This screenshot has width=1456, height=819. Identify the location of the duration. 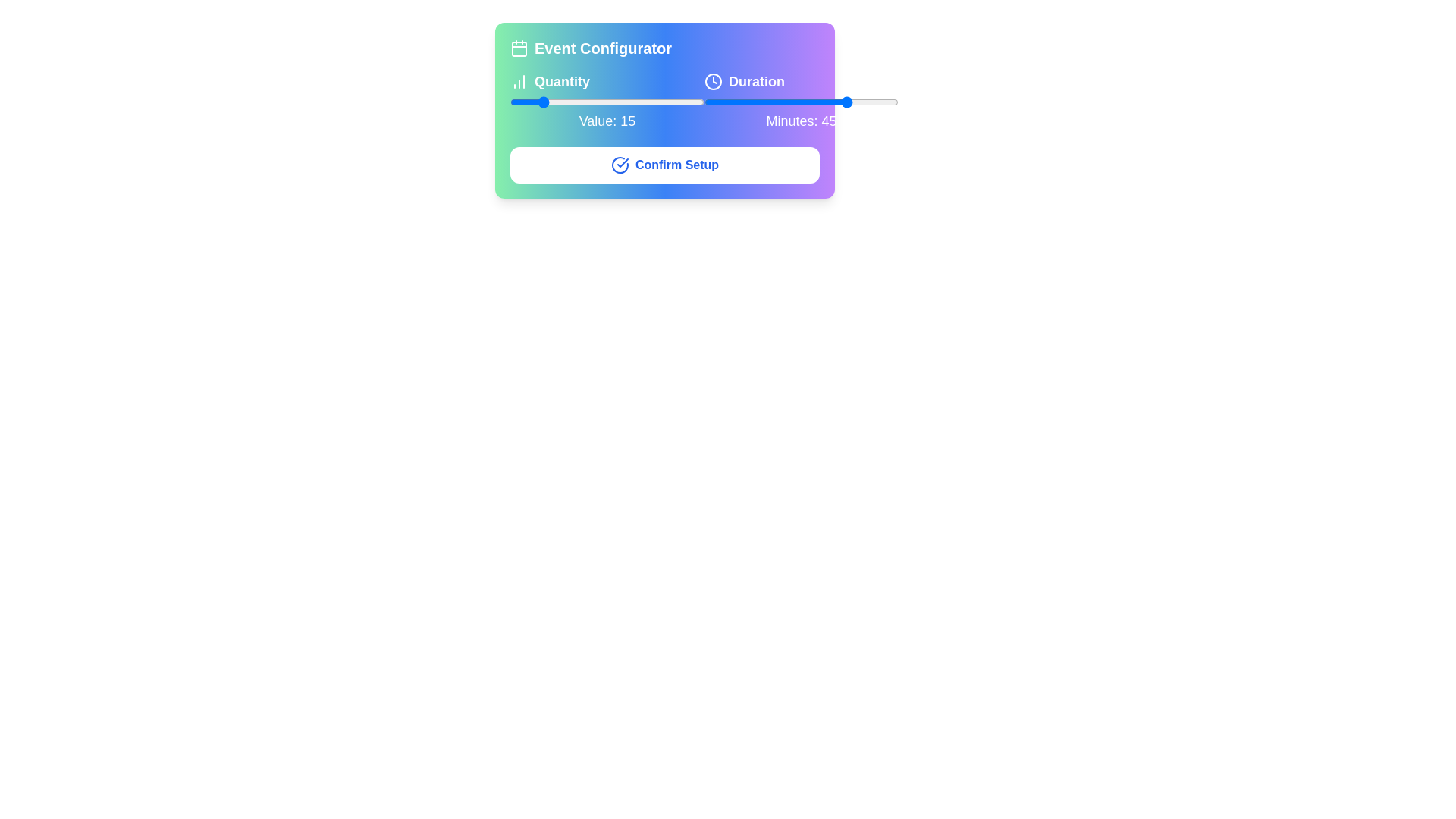
(885, 102).